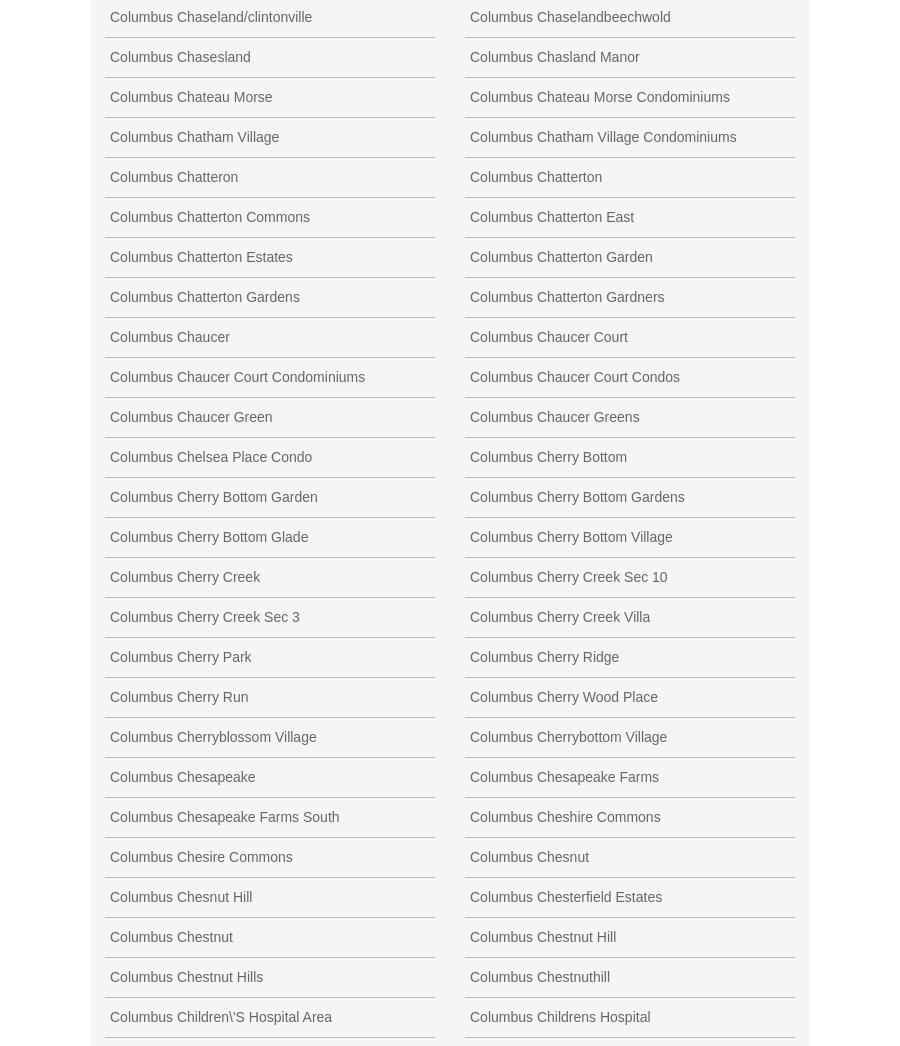  Describe the element at coordinates (108, 376) in the screenshot. I see `'Columbus Chaucer Court Condominiums'` at that location.